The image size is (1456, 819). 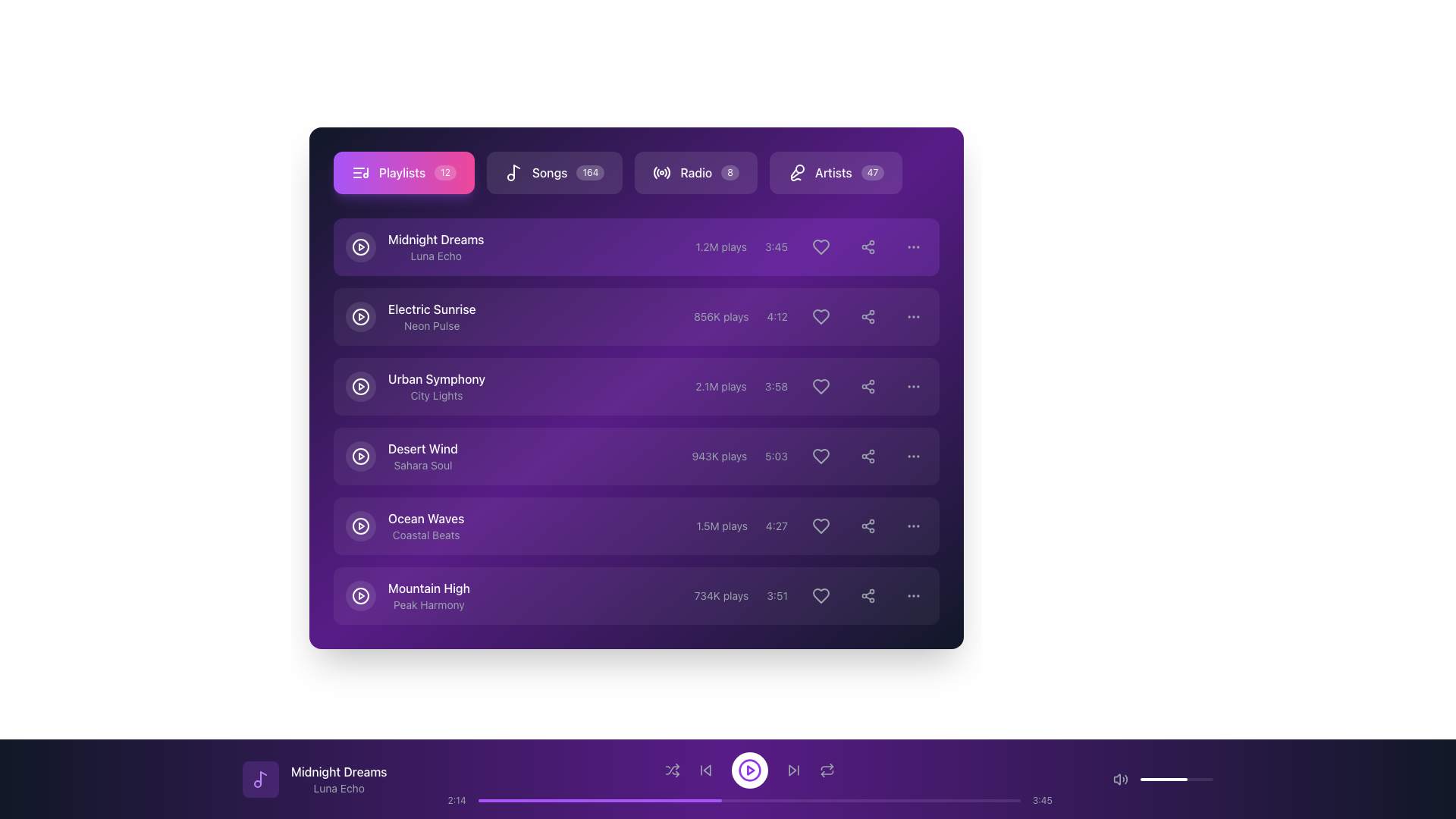 I want to click on the text label displaying '856K plays', which is styled in light grey and located in the second row of the list structure, between the song title and artist name and the duration display, so click(x=720, y=315).